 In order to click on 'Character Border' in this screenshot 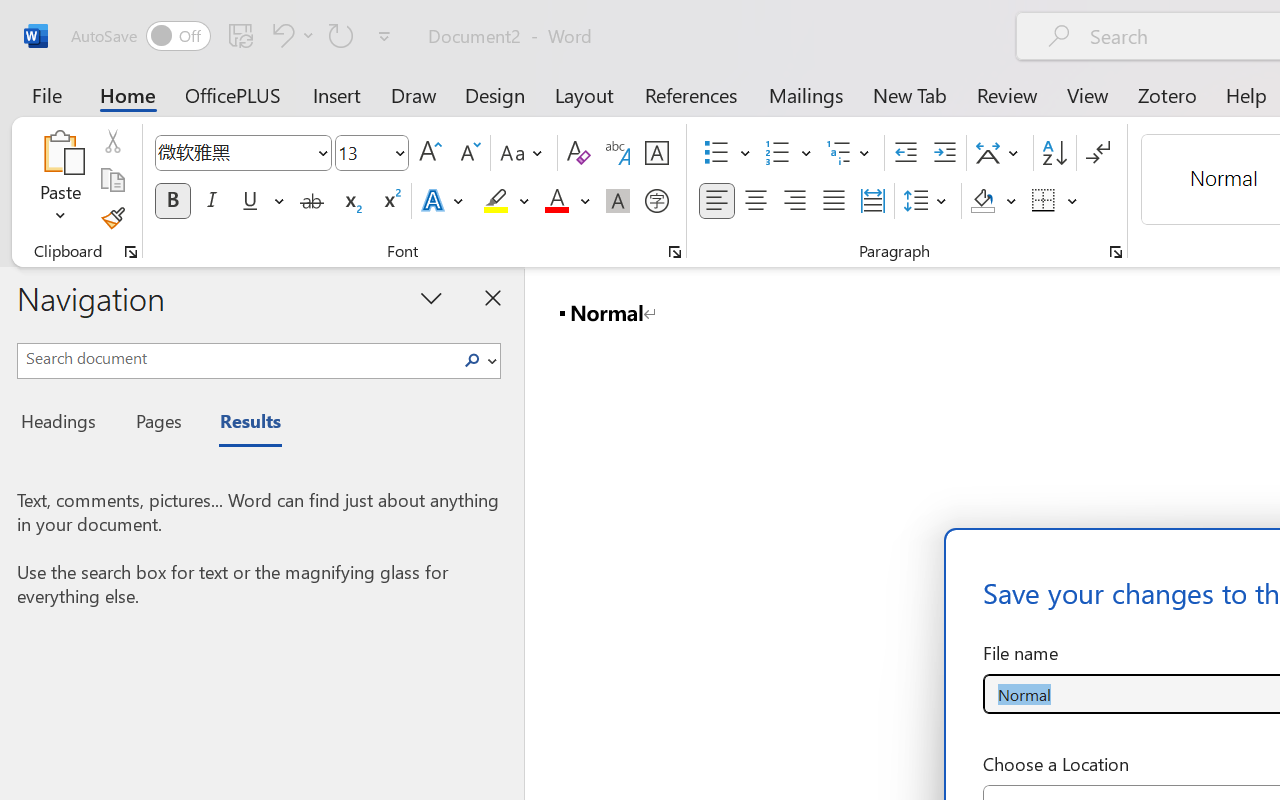, I will do `click(656, 153)`.